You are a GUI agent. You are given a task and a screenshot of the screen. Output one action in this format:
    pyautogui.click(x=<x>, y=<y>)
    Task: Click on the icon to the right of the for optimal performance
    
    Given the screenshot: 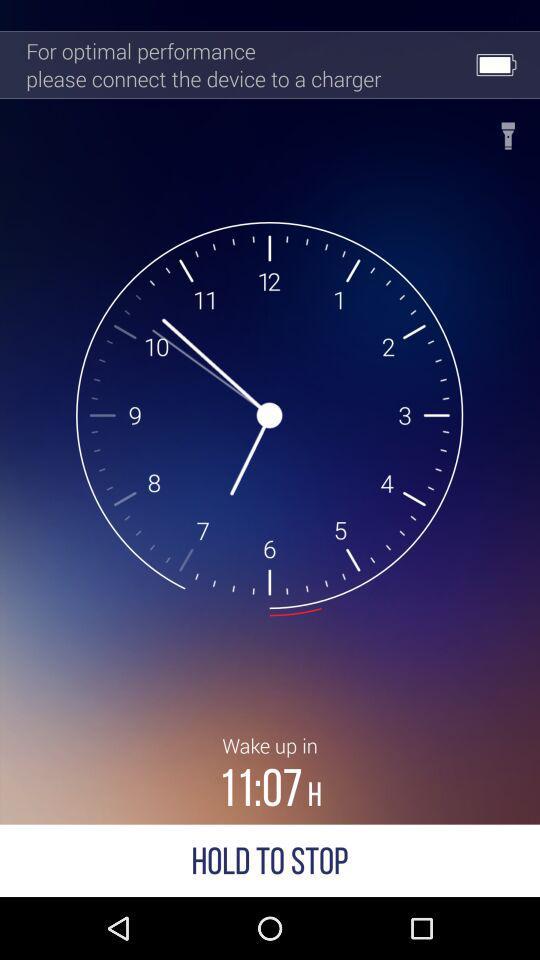 What is the action you would take?
    pyautogui.click(x=508, y=129)
    